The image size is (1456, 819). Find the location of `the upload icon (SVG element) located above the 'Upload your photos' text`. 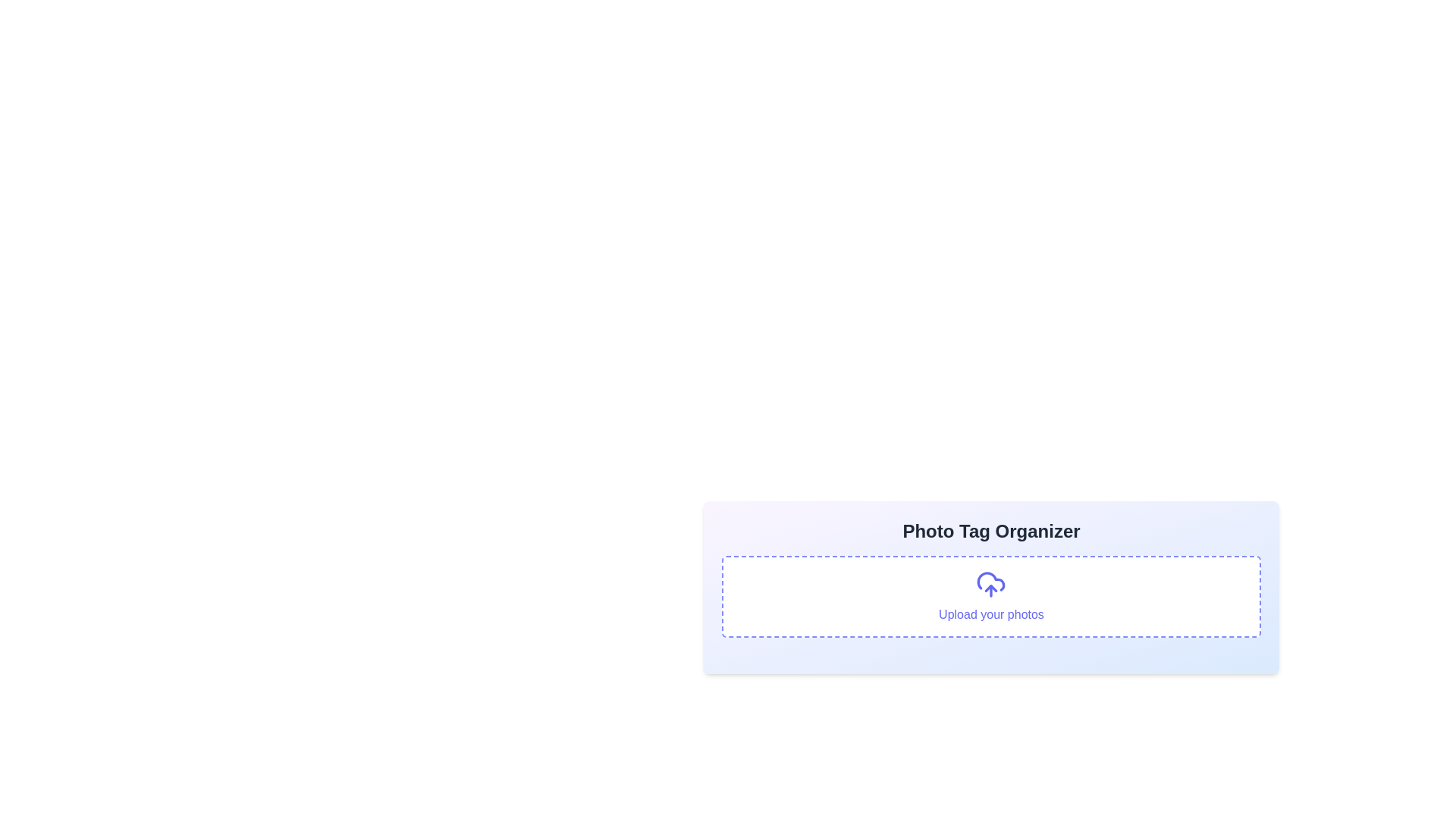

the upload icon (SVG element) located above the 'Upload your photos' text is located at coordinates (990, 584).